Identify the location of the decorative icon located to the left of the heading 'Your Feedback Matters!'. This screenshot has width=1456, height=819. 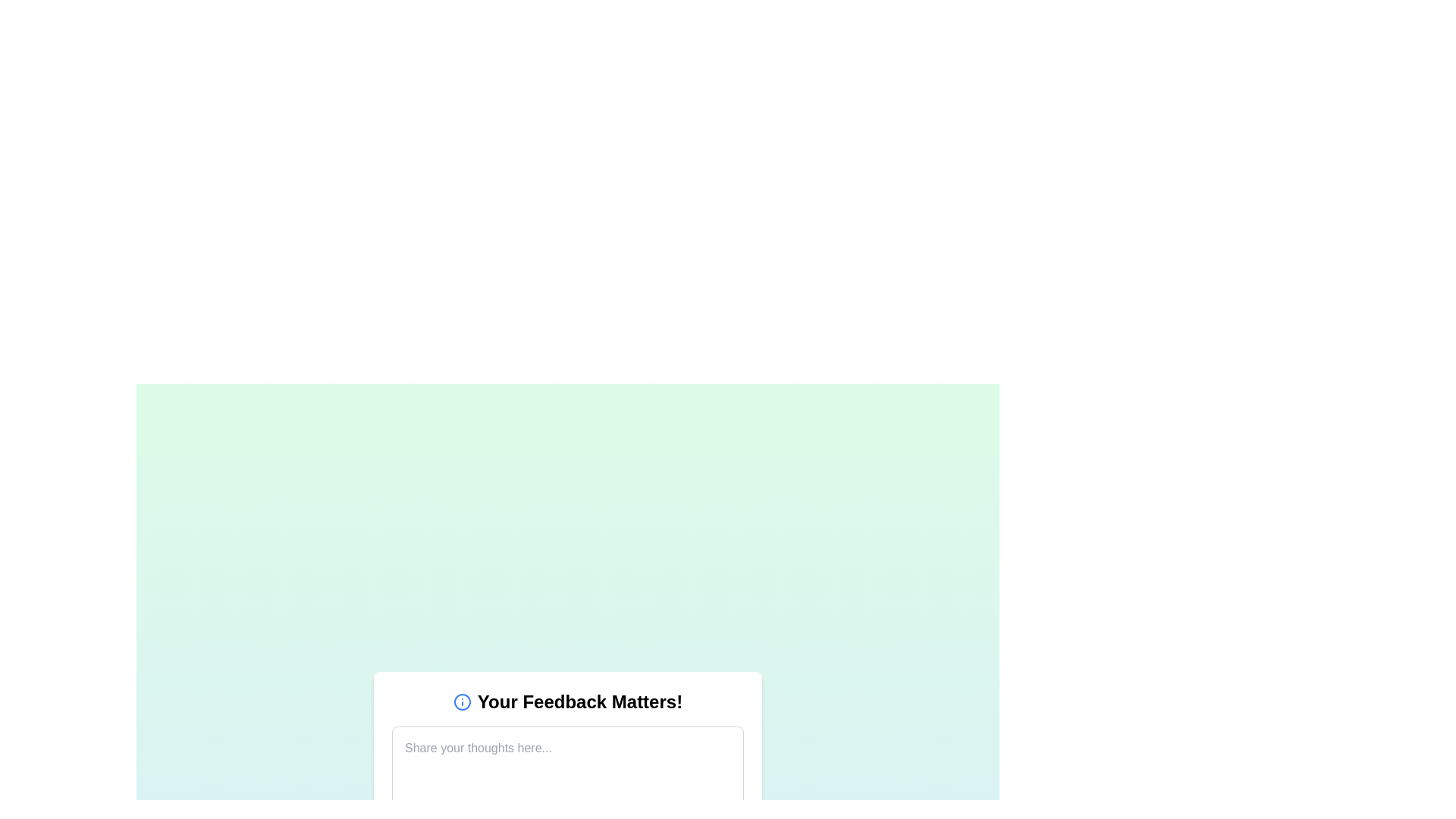
(461, 701).